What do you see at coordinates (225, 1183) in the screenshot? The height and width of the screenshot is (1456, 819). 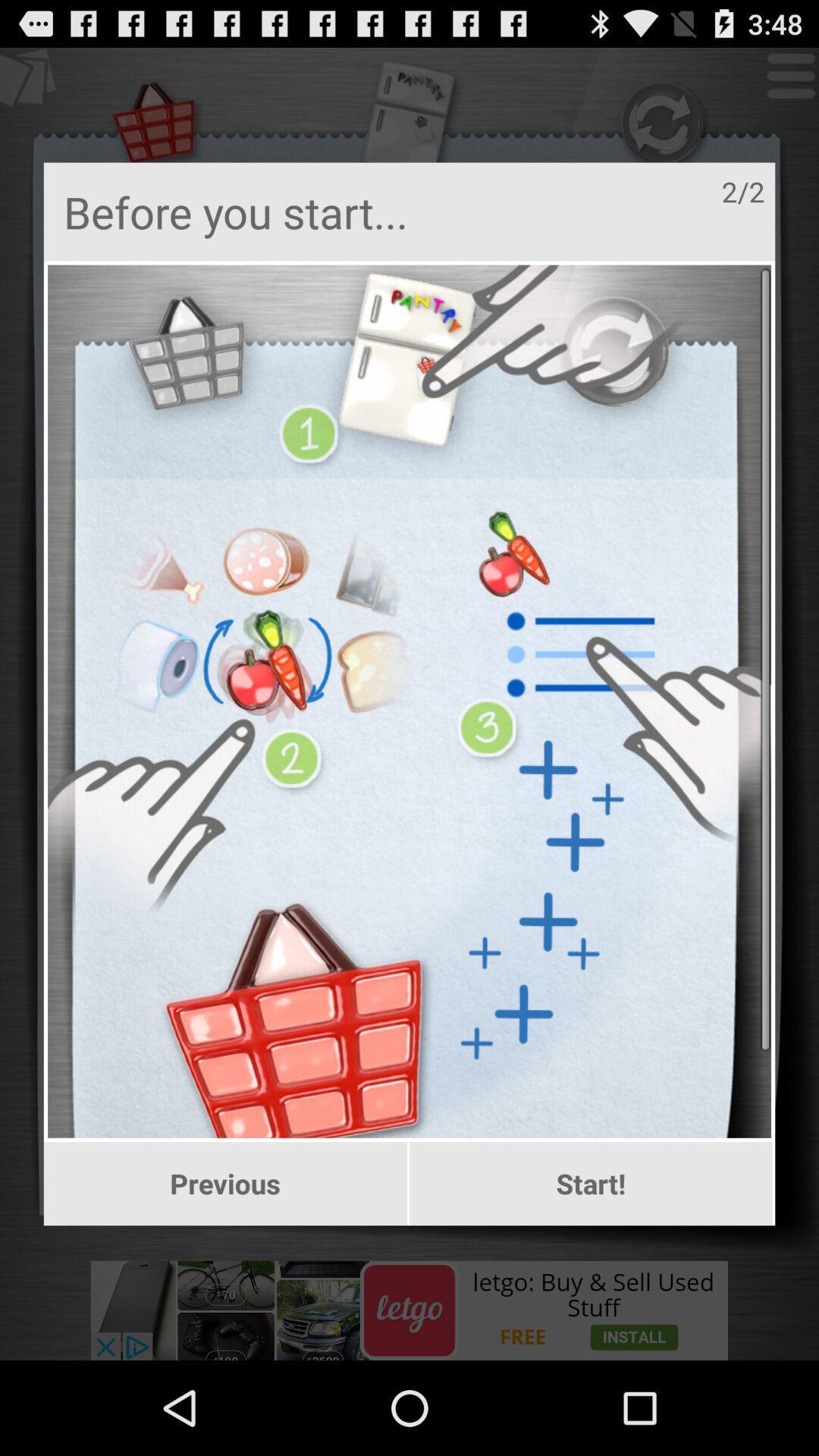 I see `previous item` at bounding box center [225, 1183].